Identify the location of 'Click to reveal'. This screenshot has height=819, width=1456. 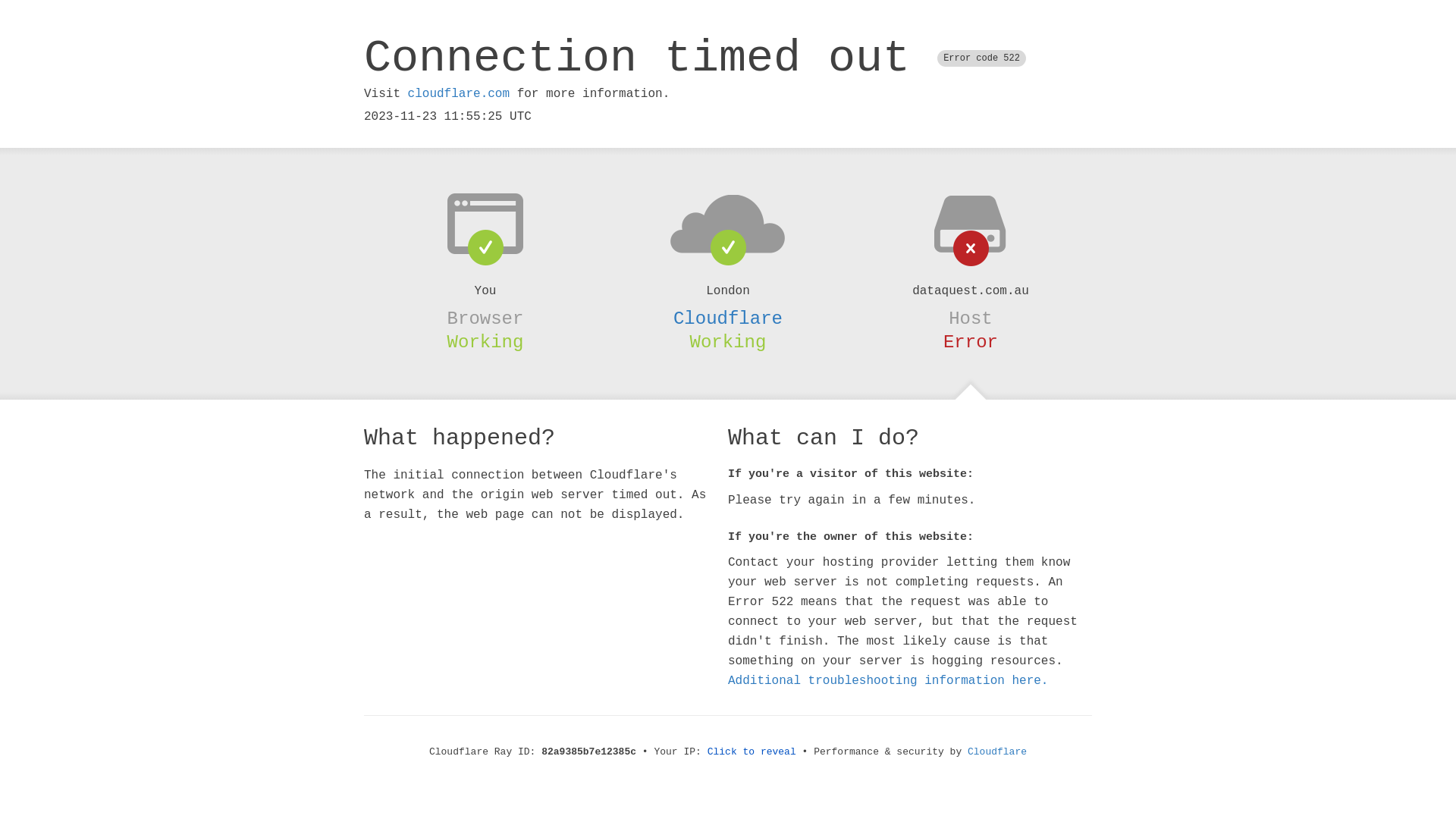
(752, 752).